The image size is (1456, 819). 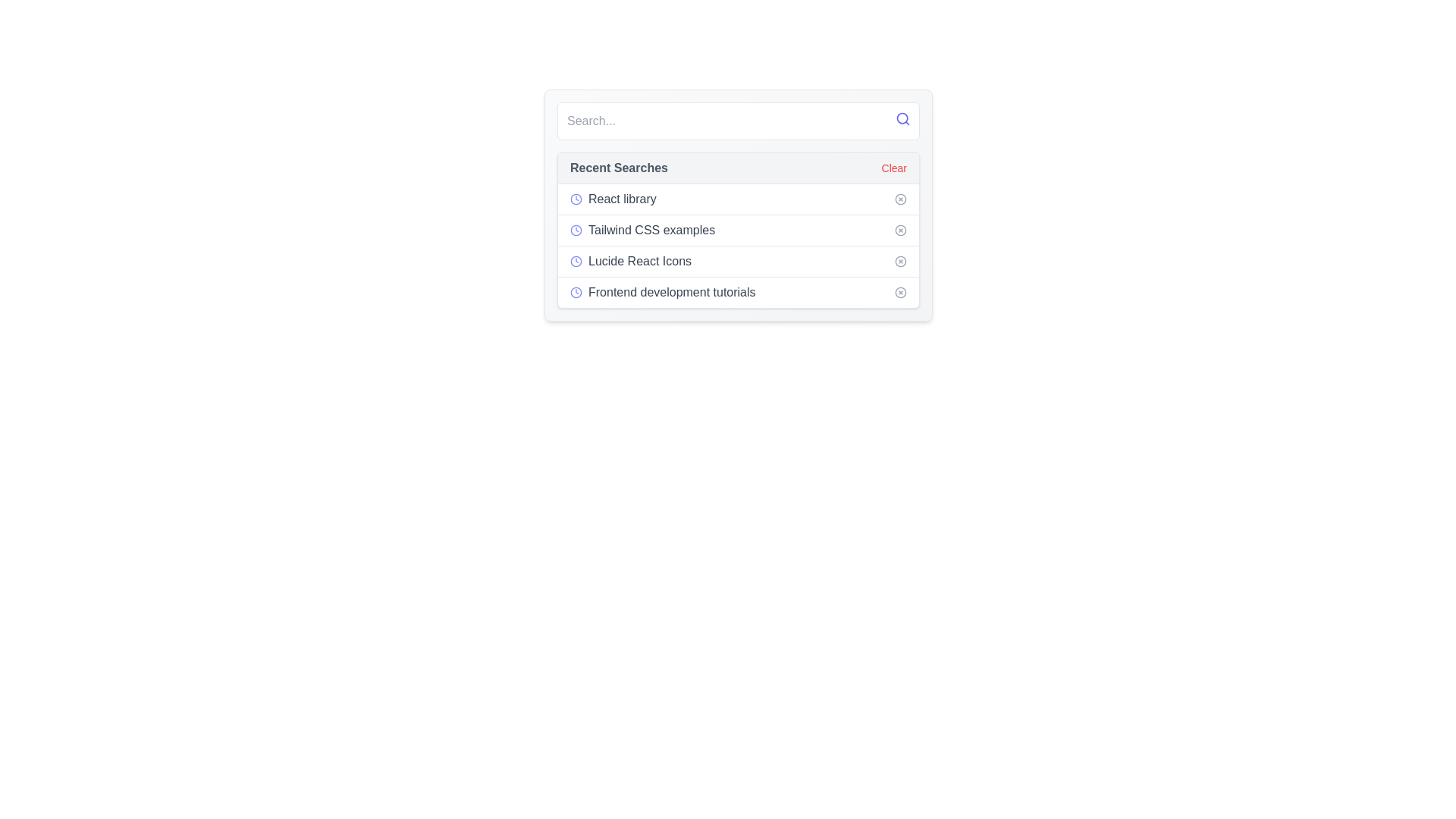 What do you see at coordinates (739, 292) in the screenshot?
I see `the fourth list item displaying 'Frontend development tutorials', which has a clock icon on the left and a circle-X icon on the right` at bounding box center [739, 292].